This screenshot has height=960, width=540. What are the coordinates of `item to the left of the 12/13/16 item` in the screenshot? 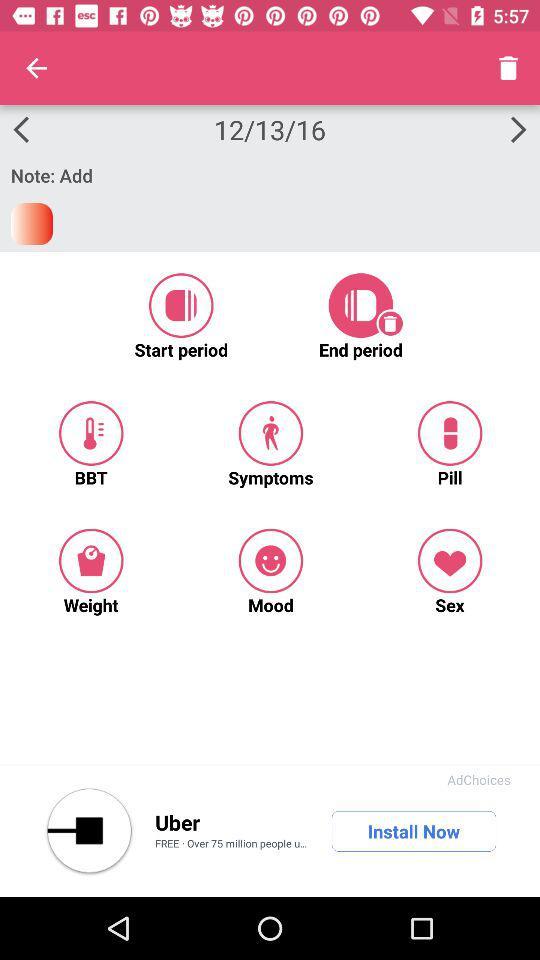 It's located at (36, 68).